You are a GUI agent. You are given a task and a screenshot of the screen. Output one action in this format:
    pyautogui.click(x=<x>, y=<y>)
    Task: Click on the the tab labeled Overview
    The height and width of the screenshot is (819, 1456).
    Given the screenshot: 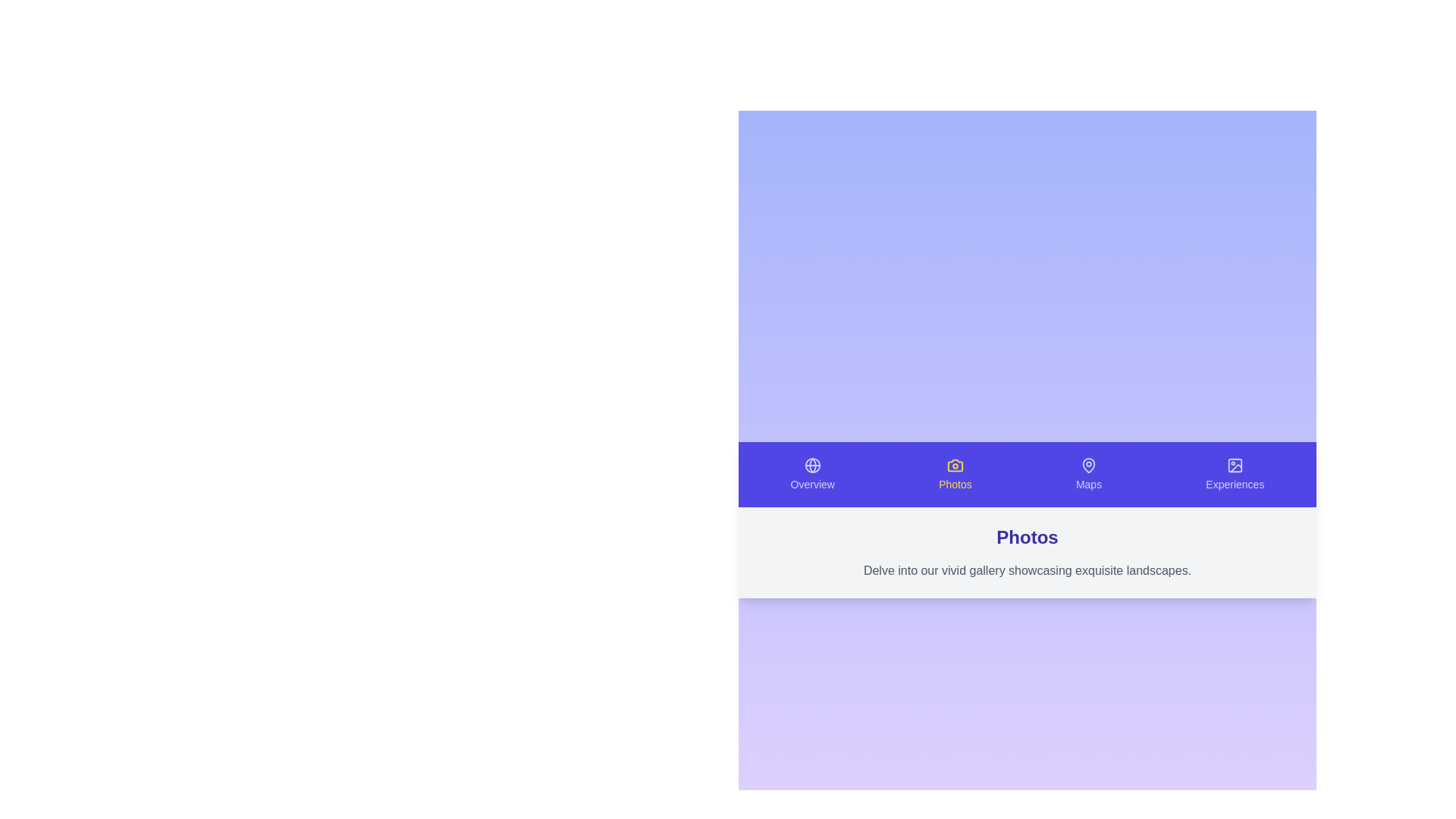 What is the action you would take?
    pyautogui.click(x=811, y=473)
    